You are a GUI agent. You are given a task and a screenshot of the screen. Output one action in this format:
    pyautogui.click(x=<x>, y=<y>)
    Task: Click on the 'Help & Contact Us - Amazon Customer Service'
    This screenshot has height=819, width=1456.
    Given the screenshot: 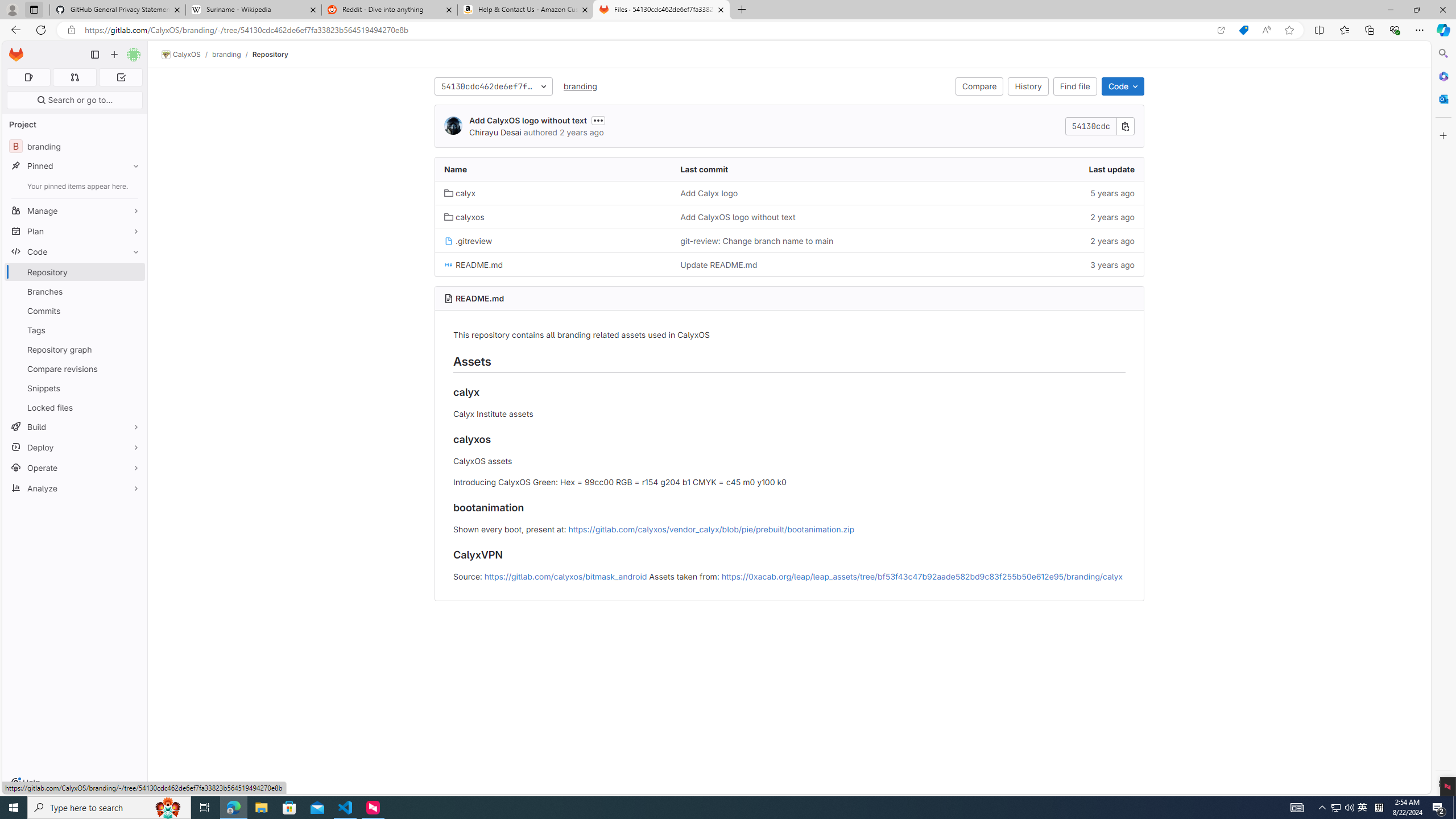 What is the action you would take?
    pyautogui.click(x=526, y=9)
    